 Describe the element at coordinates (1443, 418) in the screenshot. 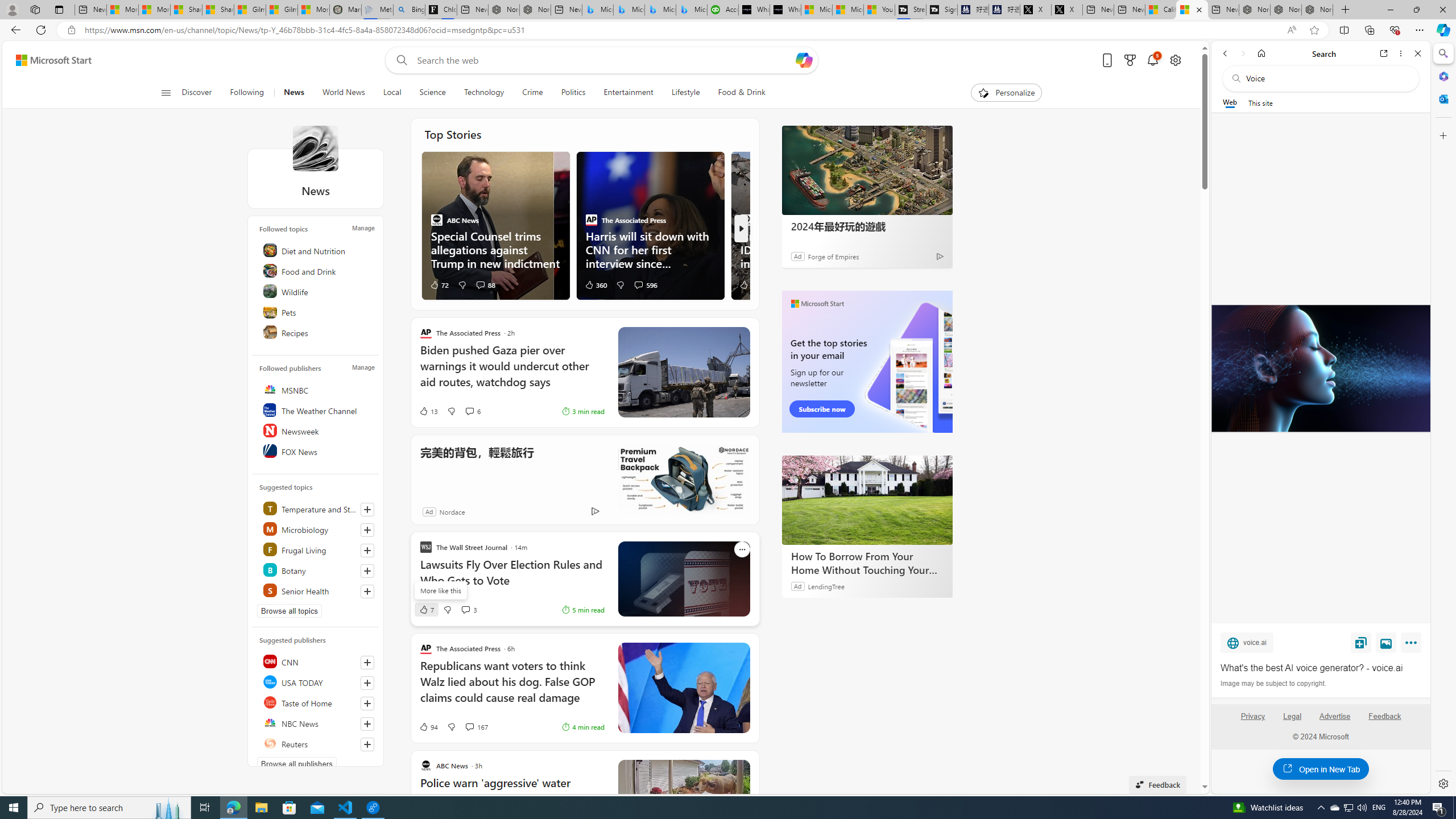

I see `'Side bar'` at that location.